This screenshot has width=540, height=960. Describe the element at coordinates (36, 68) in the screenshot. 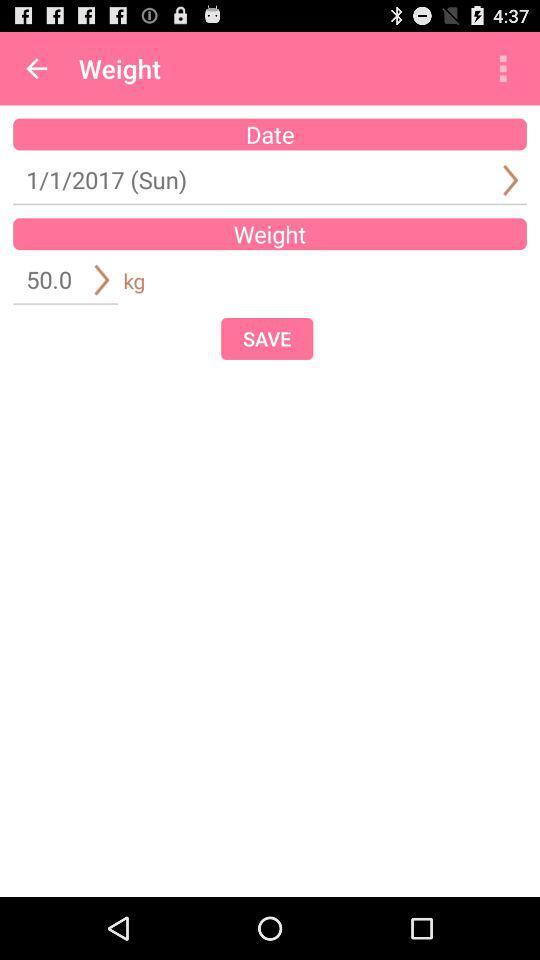

I see `item next to the weight app` at that location.